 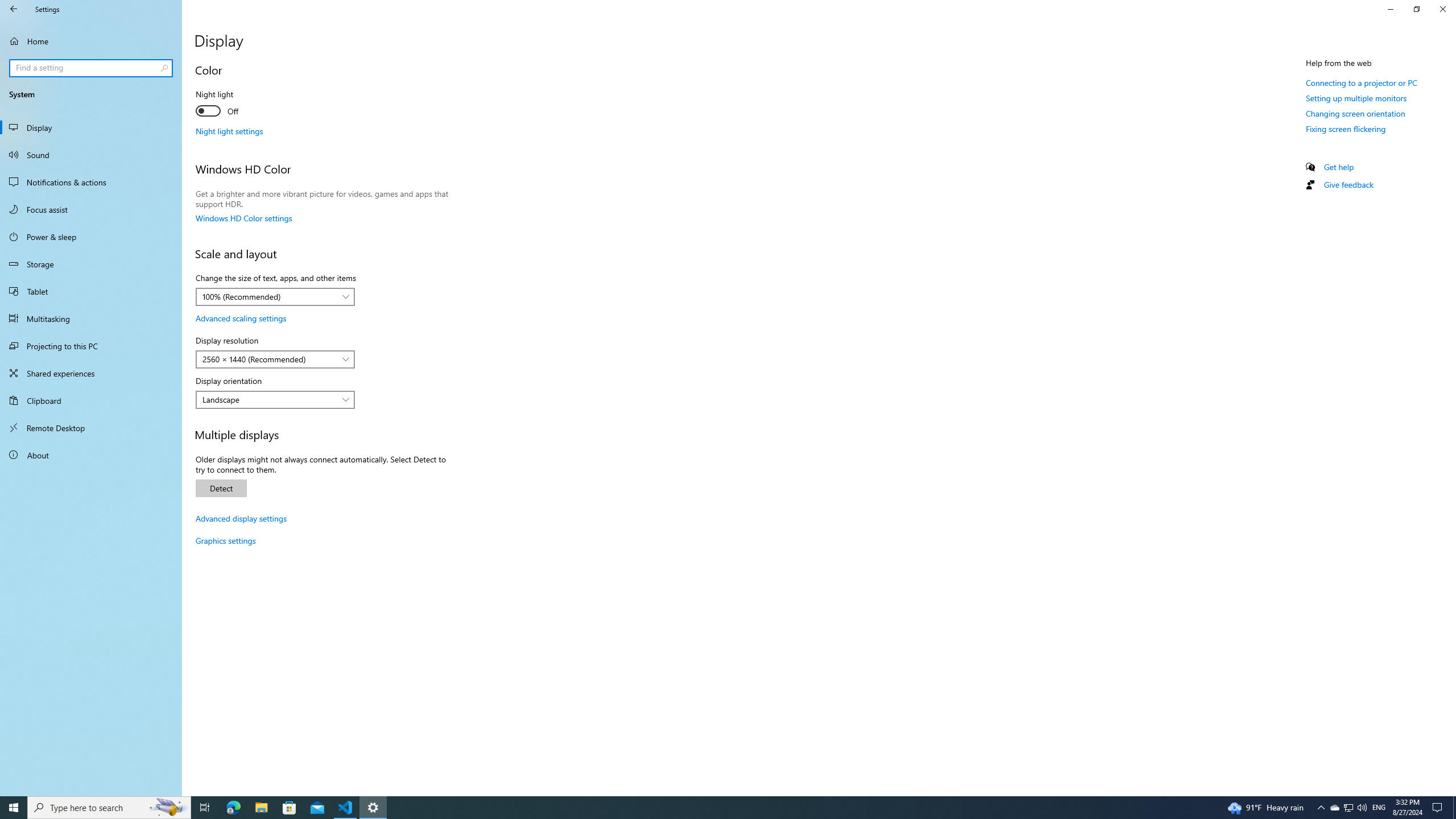 I want to click on 'Search box, Find a setting', so click(x=91, y=67).